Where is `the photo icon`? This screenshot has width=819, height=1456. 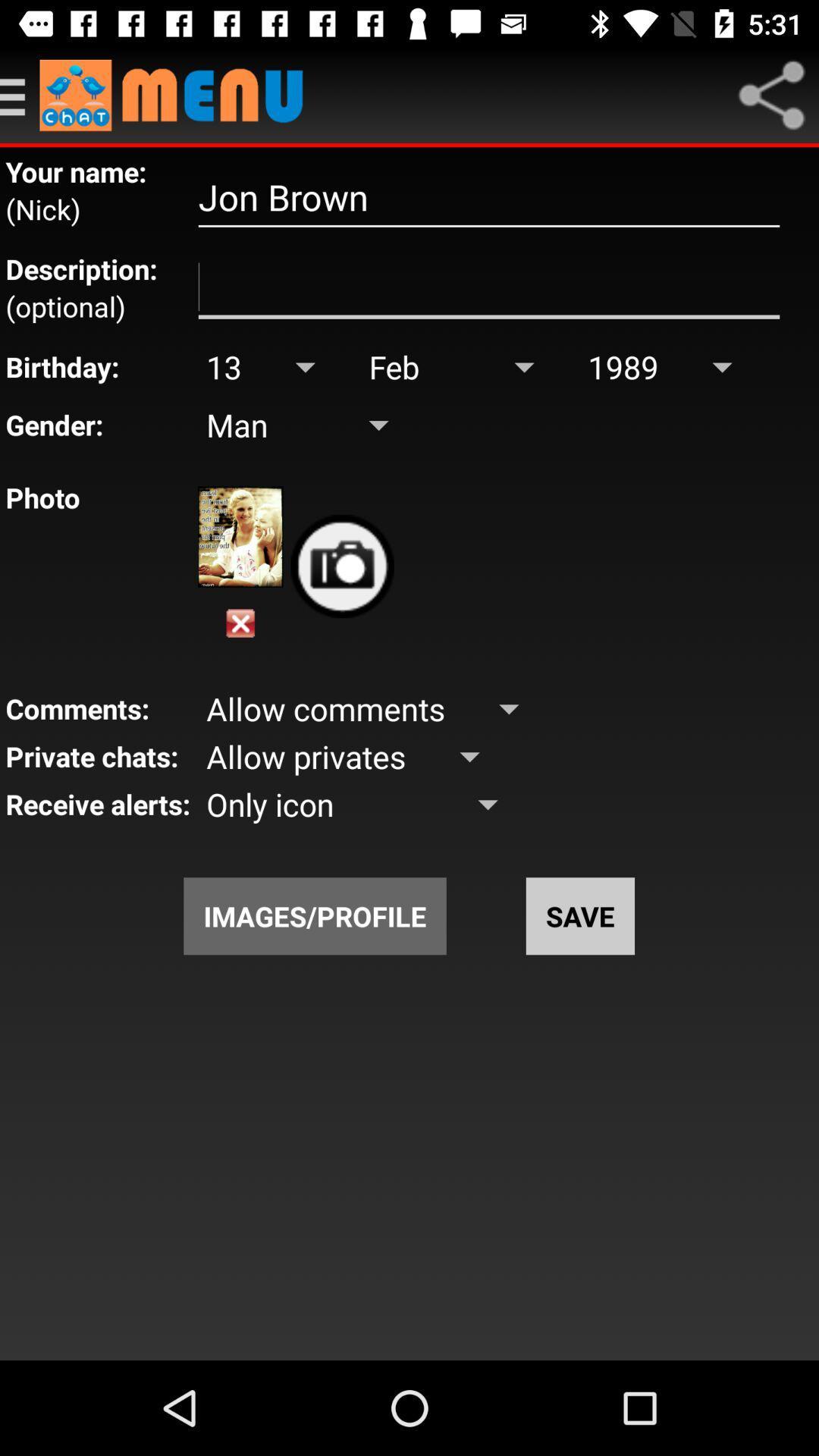 the photo icon is located at coordinates (342, 566).